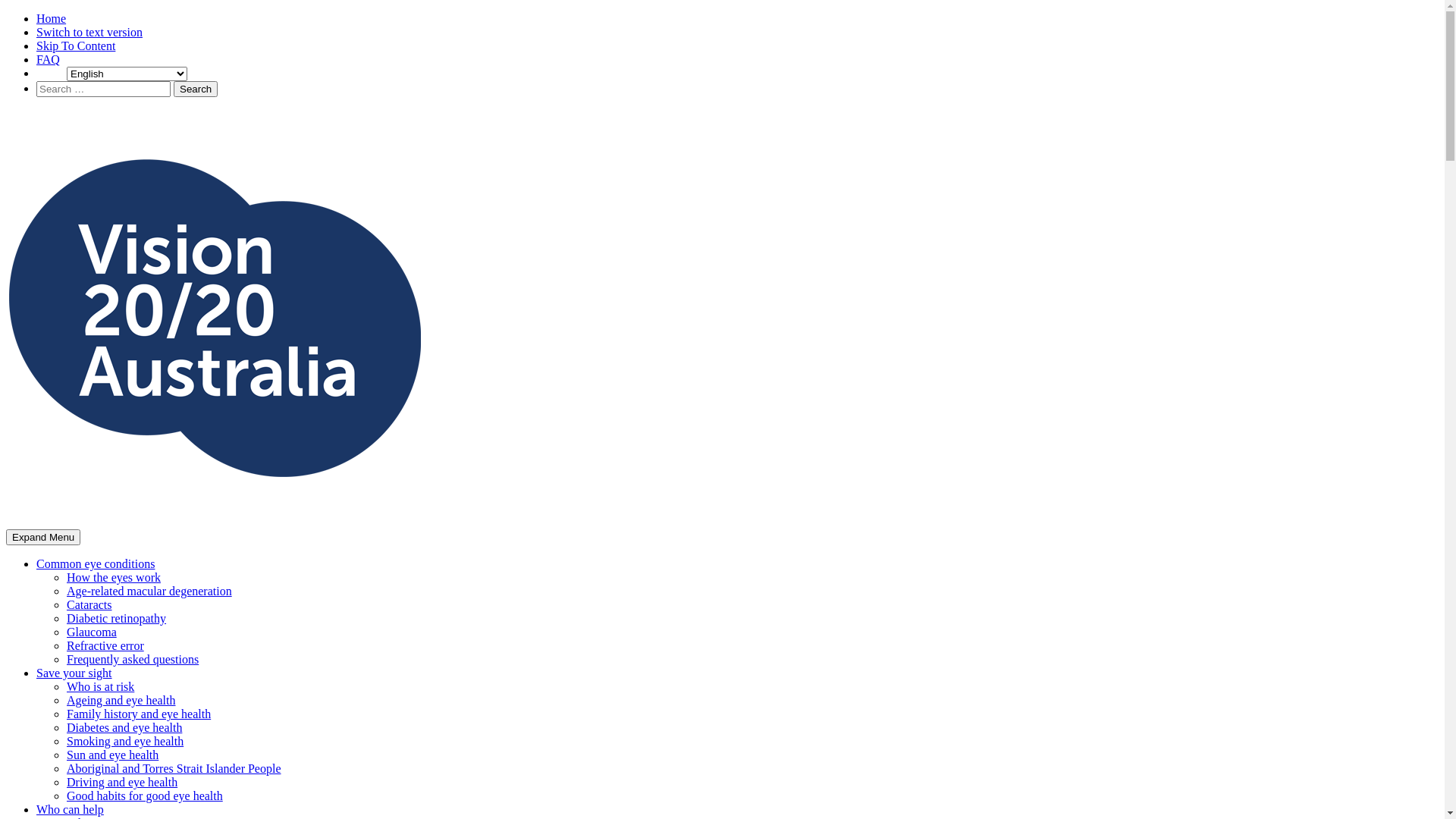 The height and width of the screenshot is (819, 1456). I want to click on 'Cataracts', so click(89, 604).